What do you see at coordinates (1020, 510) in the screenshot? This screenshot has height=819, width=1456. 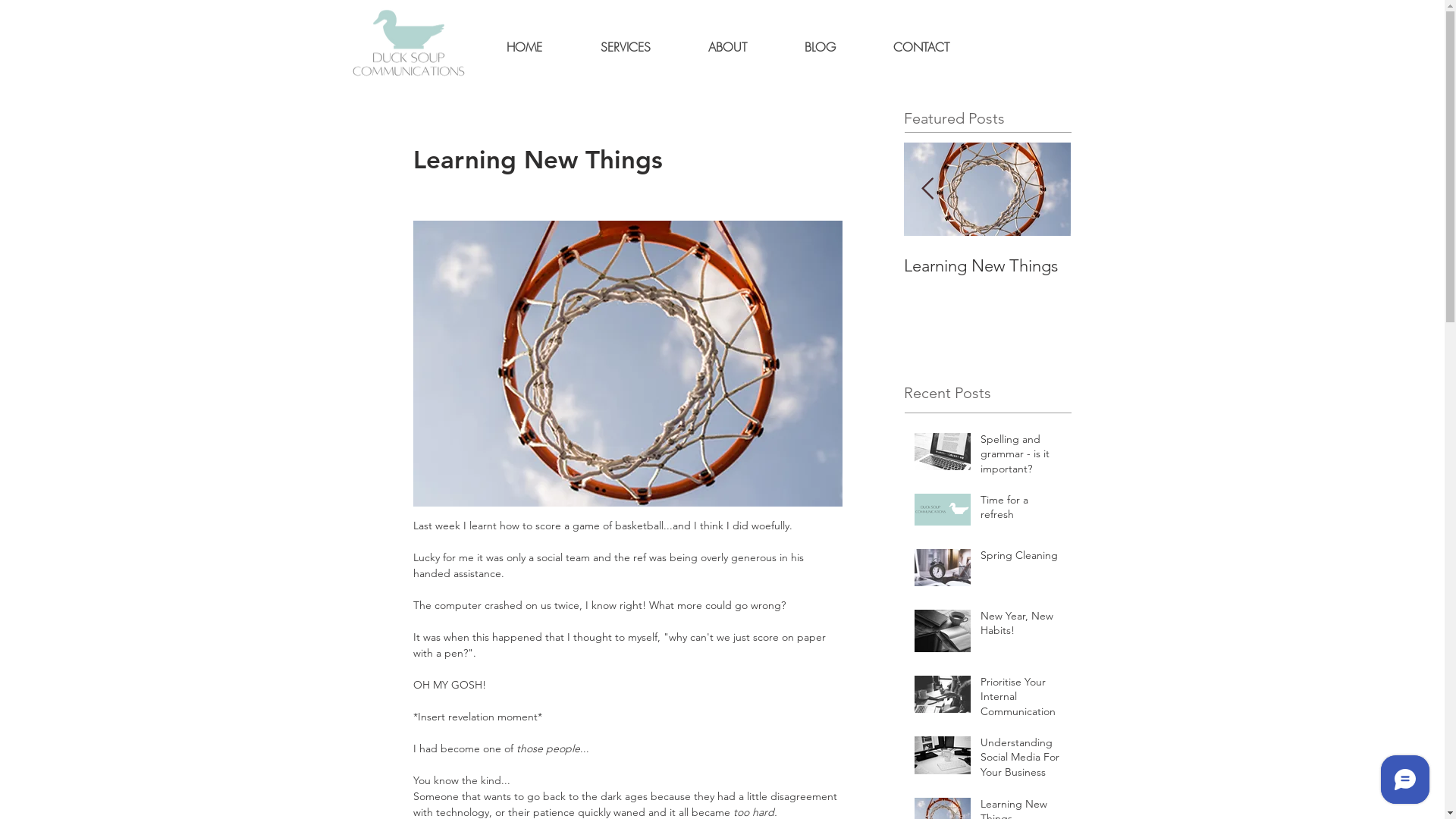 I see `'Time for a refresh'` at bounding box center [1020, 510].